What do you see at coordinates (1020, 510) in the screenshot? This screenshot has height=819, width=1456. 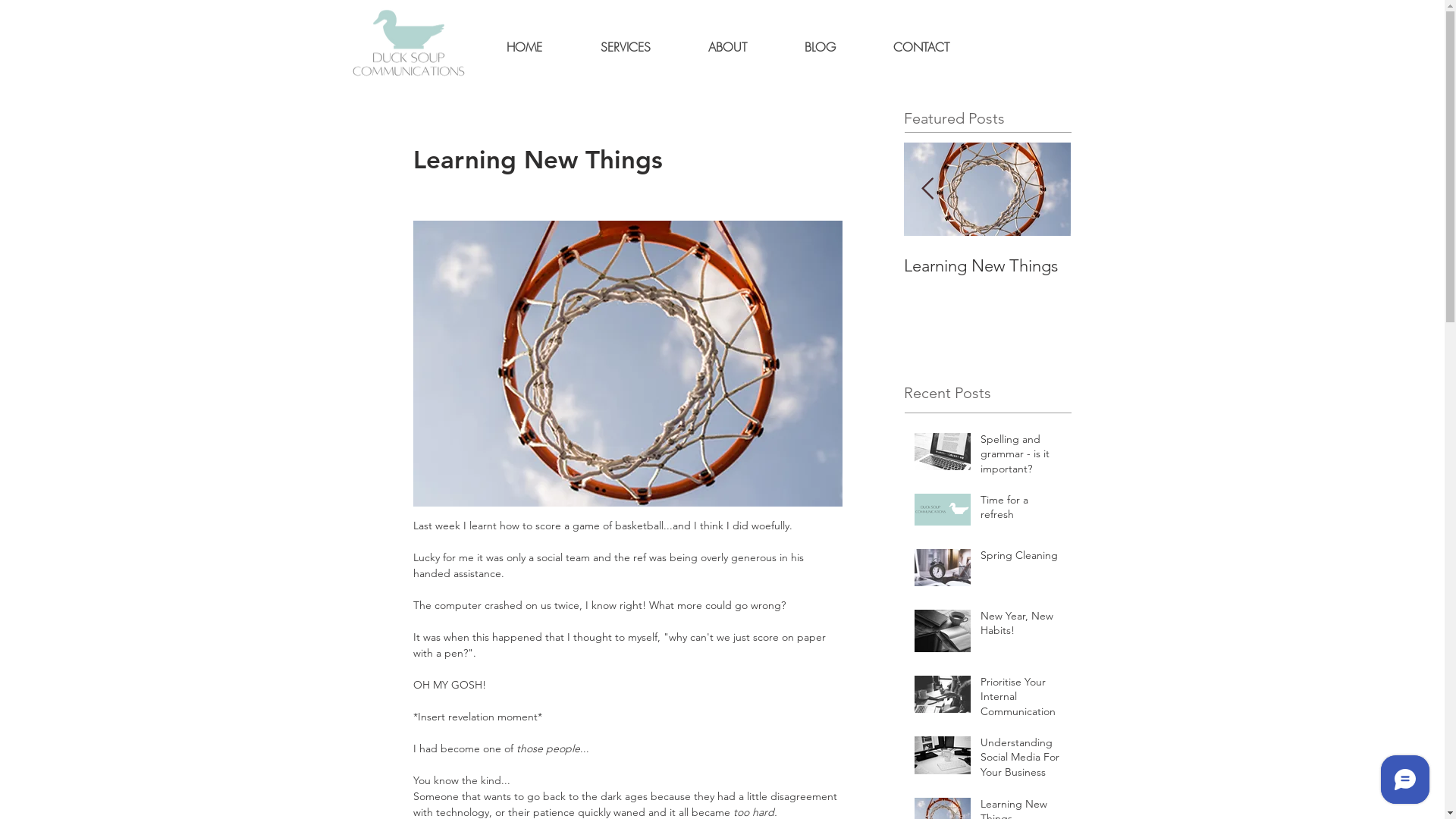 I see `'Time for a refresh'` at bounding box center [1020, 510].